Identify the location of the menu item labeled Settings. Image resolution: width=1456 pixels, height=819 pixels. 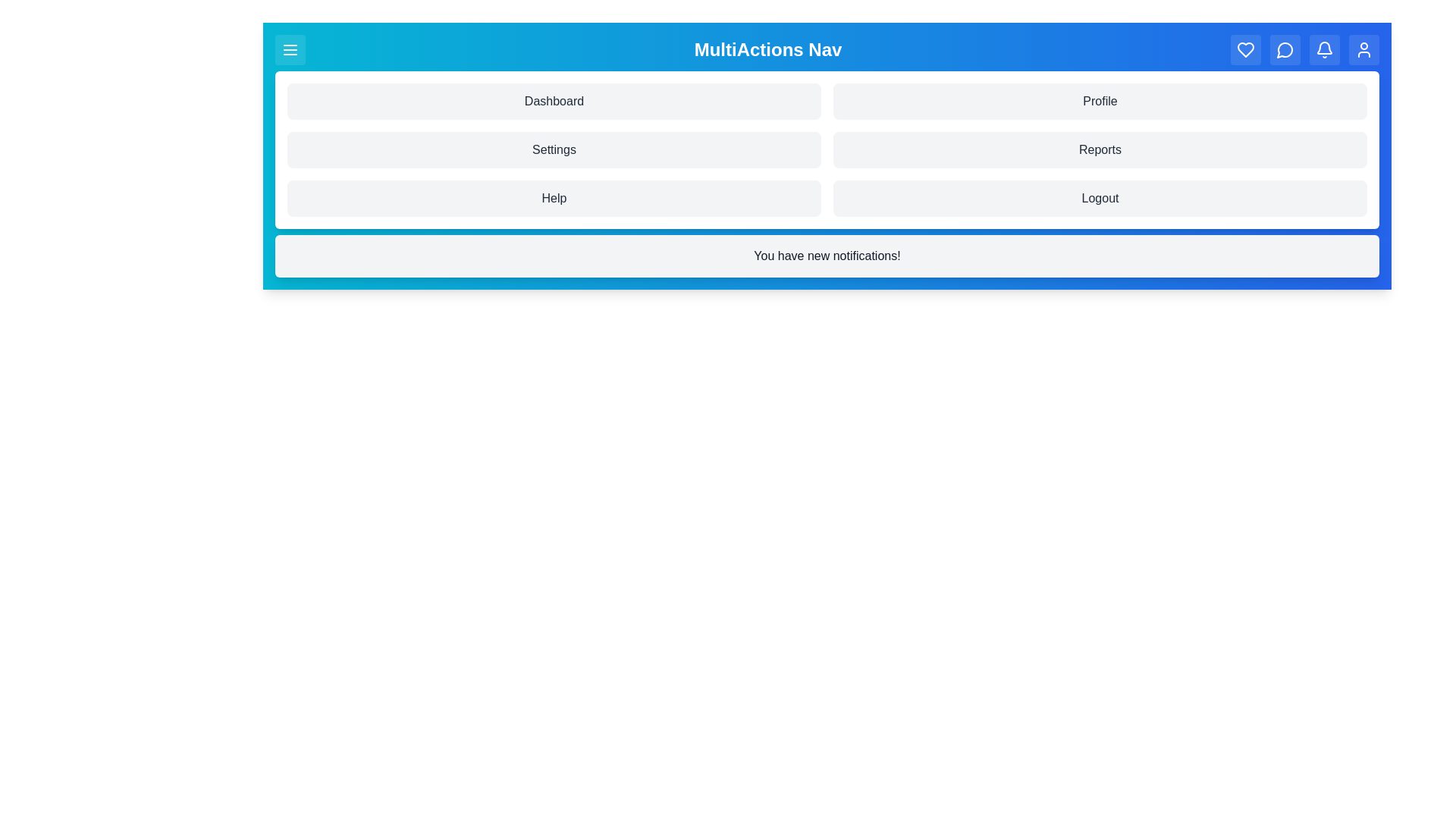
(553, 149).